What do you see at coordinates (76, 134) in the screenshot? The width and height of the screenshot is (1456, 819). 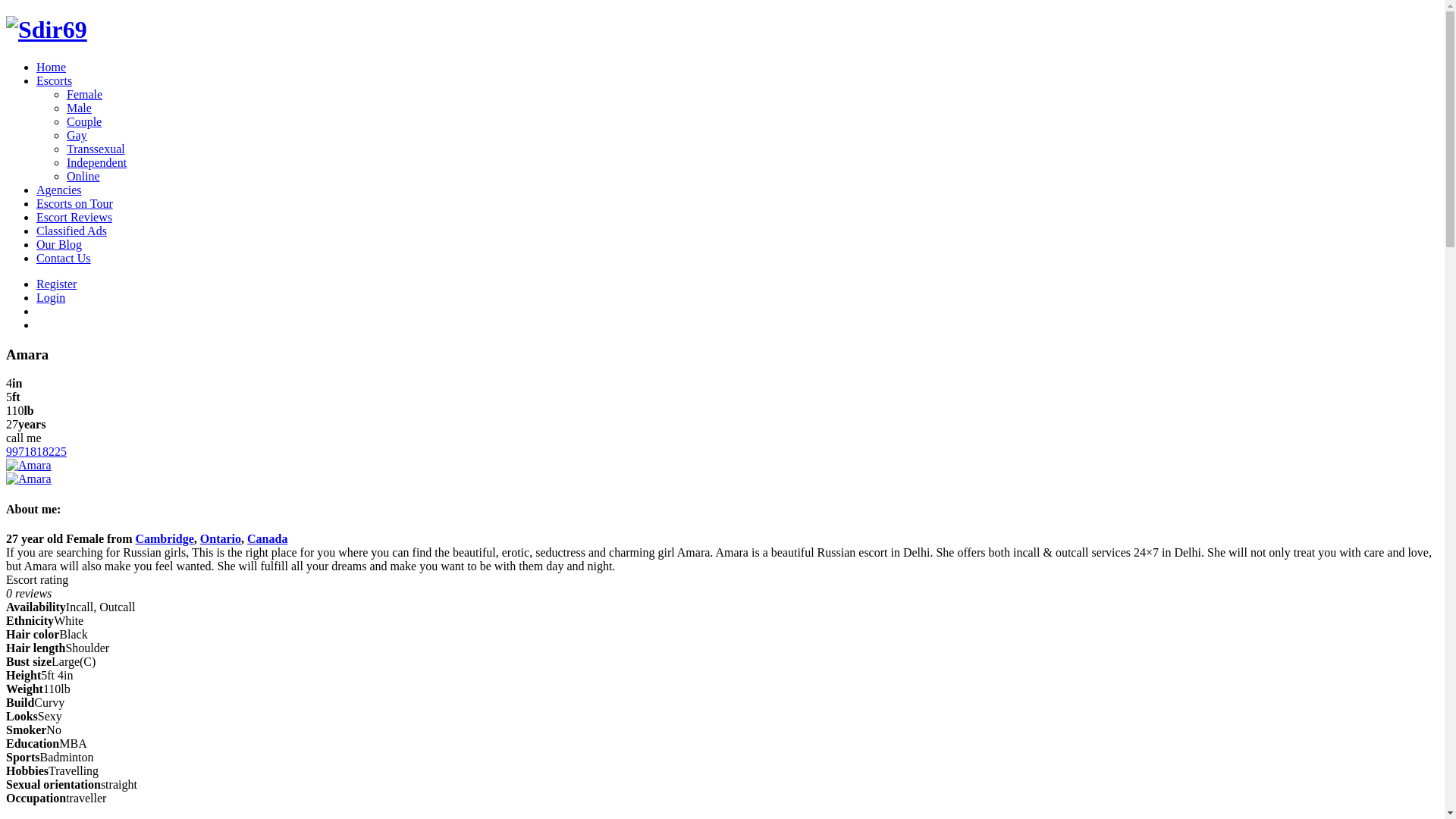 I see `'Gay'` at bounding box center [76, 134].